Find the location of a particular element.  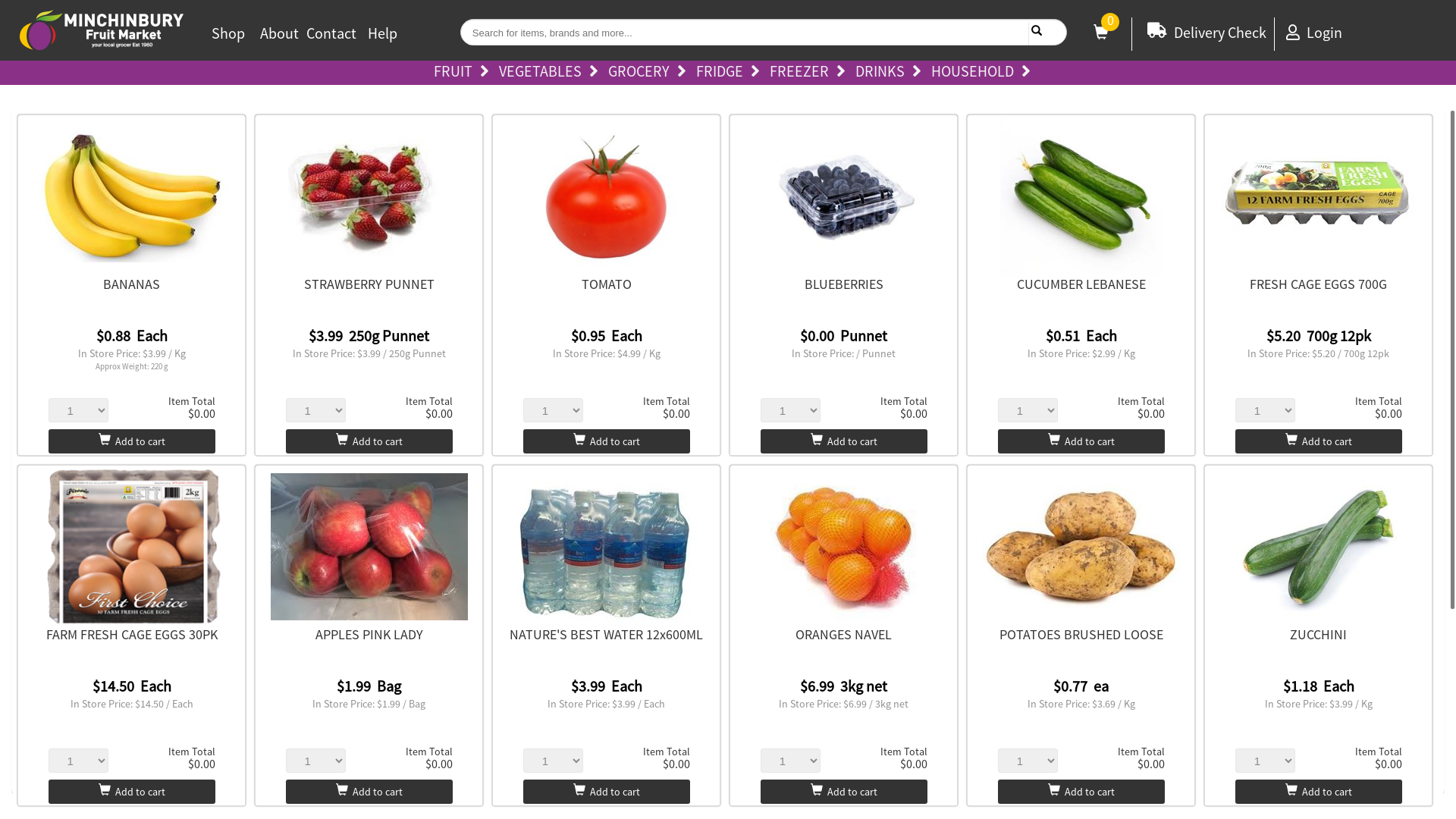

'Show details for CUCUMBER LEBANESE' is located at coordinates (1080, 195).